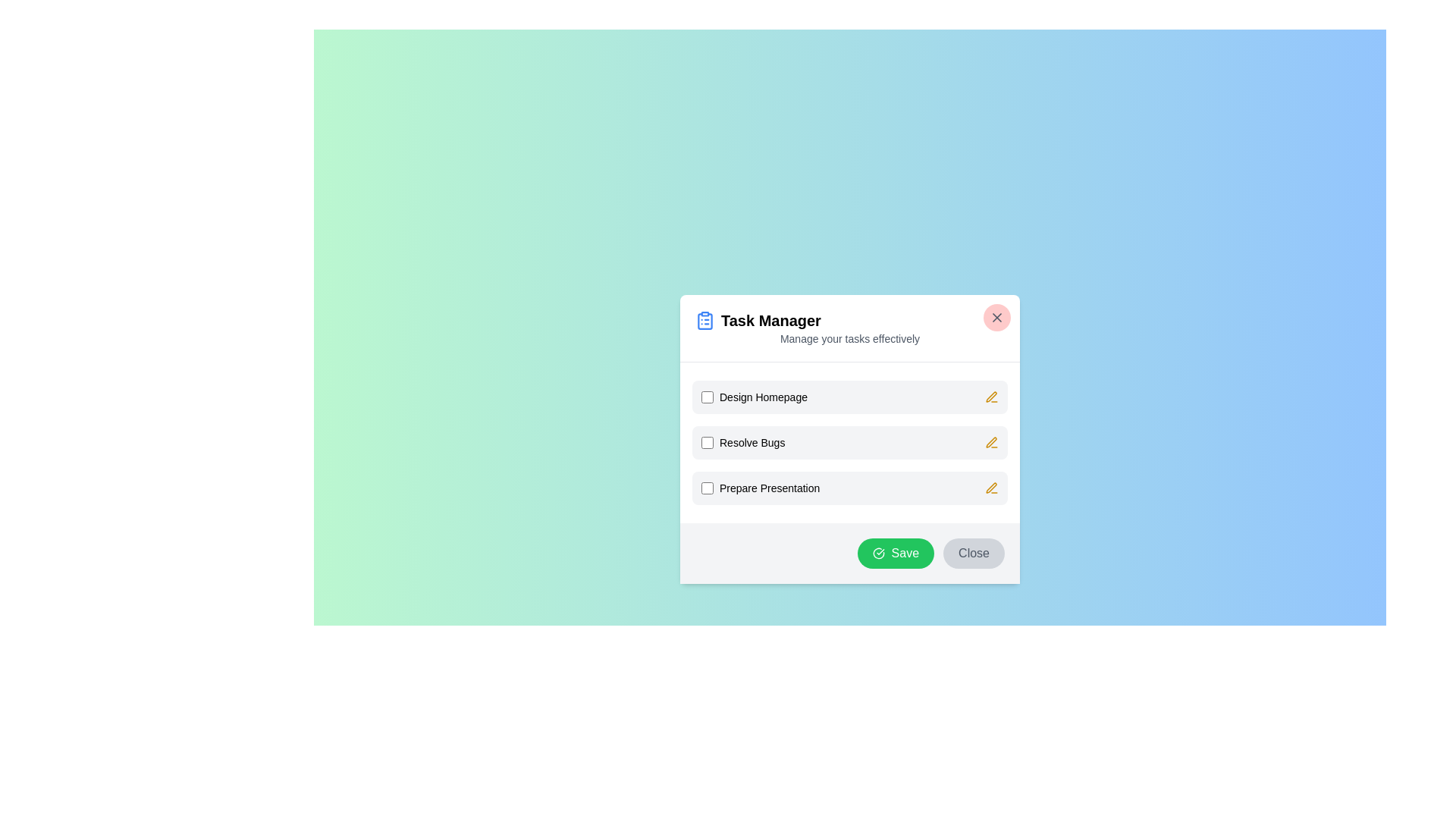 The width and height of the screenshot is (1456, 819). What do you see at coordinates (896, 553) in the screenshot?
I see `the green 'Save' button with rounded corners that has white text and a checkmark icon to observe the hover effect` at bounding box center [896, 553].